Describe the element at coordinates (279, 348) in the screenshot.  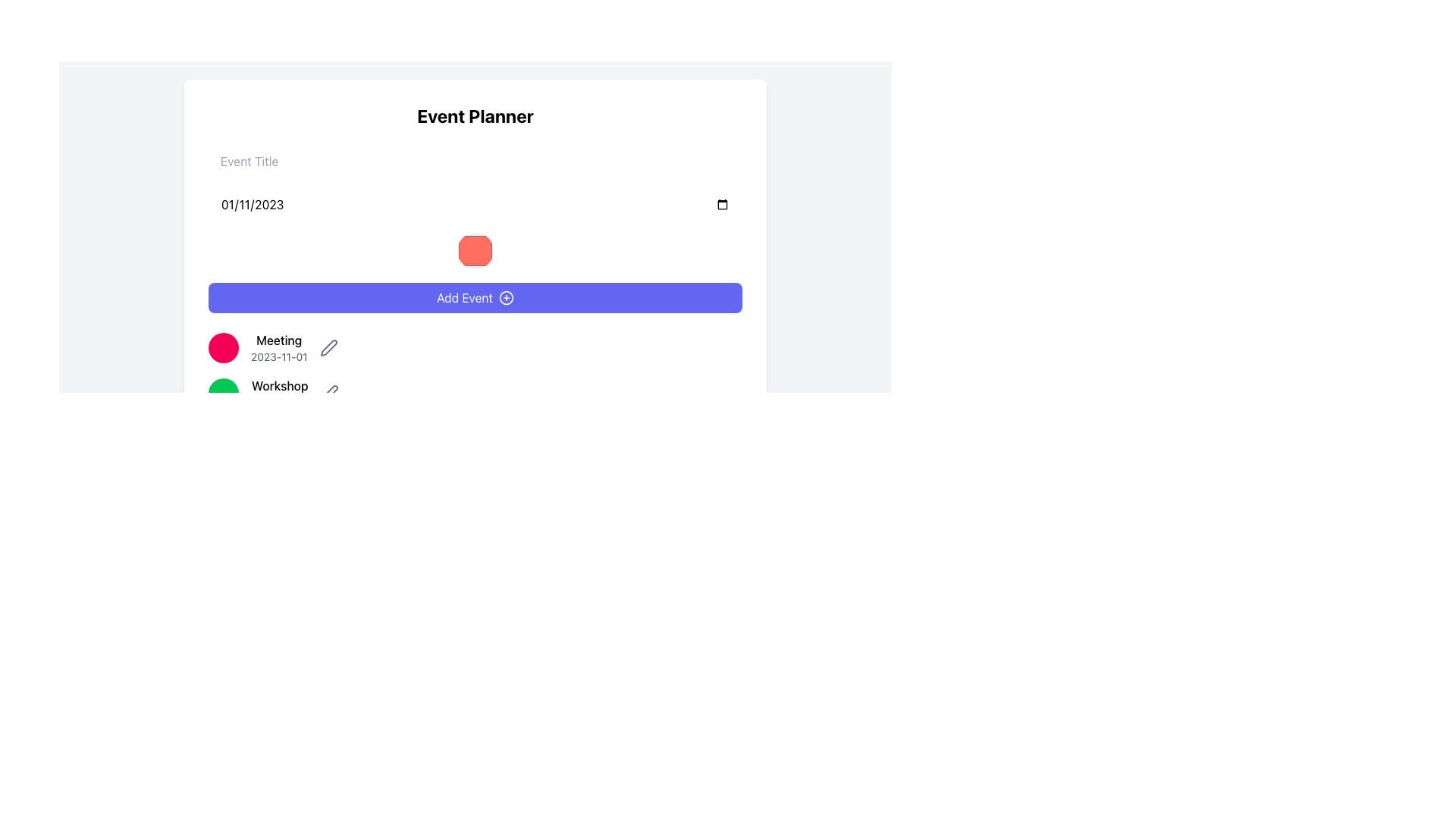
I see `the static label displaying the 'Meeting' scheduled for '2023-11-01', located between a circular pink icon and an edit icon in the event planner interface` at that location.